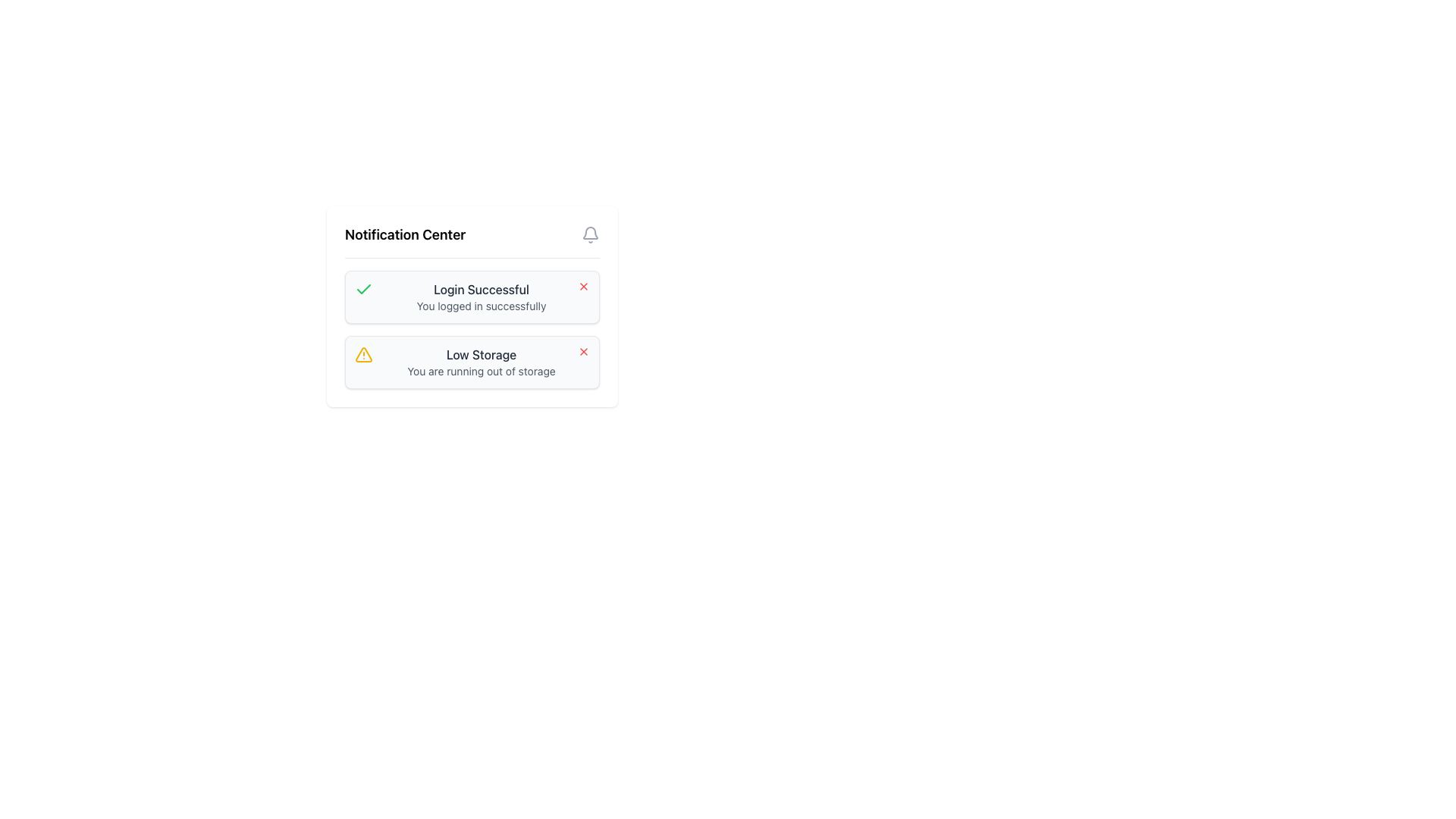 The width and height of the screenshot is (1456, 819). I want to click on the yellow warning triangle icon with an exclamation mark inside, located in the left-most section of the 'Low Storage' notification card, so click(364, 354).